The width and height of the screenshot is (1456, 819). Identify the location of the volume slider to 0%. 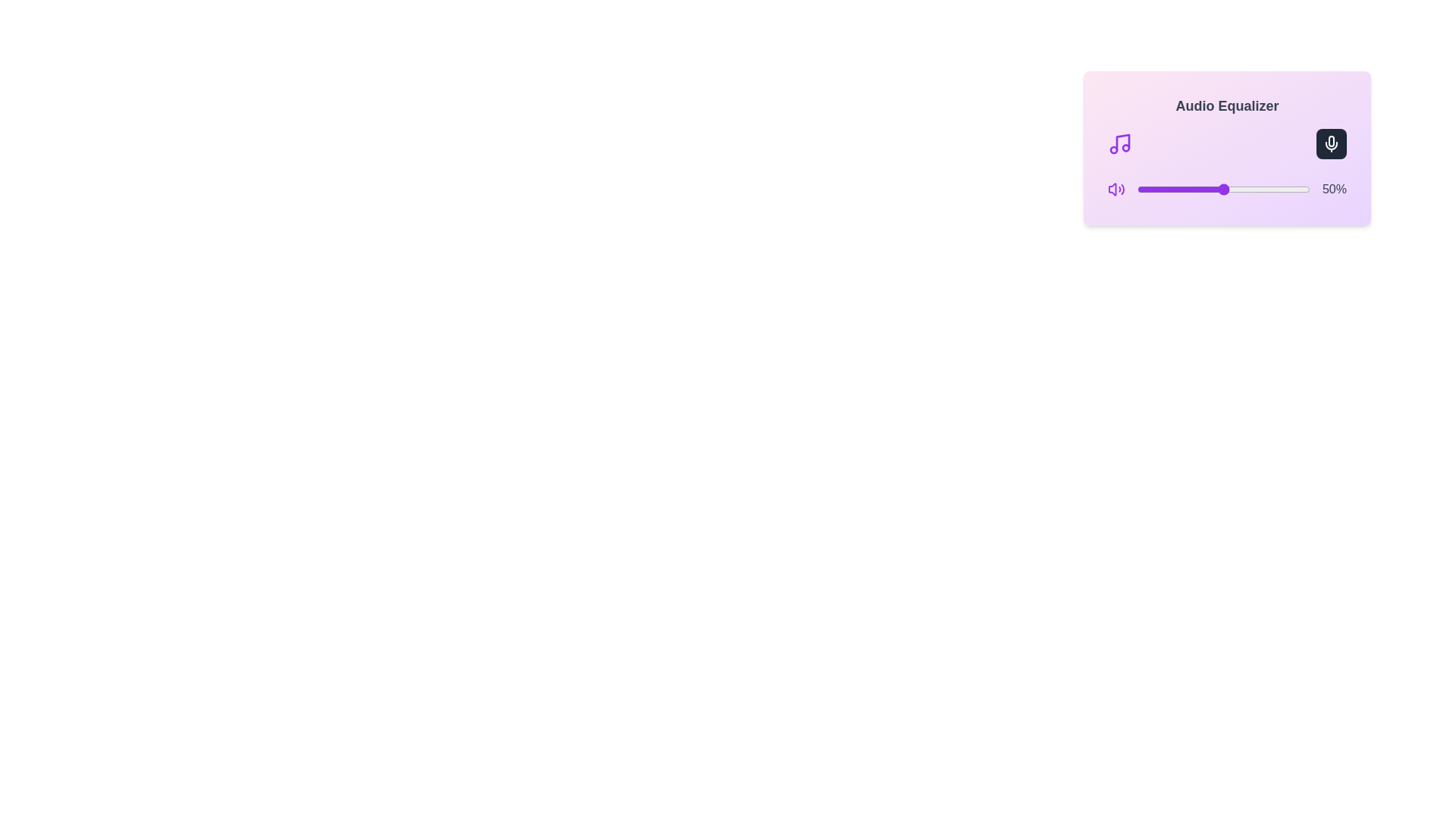
(1137, 189).